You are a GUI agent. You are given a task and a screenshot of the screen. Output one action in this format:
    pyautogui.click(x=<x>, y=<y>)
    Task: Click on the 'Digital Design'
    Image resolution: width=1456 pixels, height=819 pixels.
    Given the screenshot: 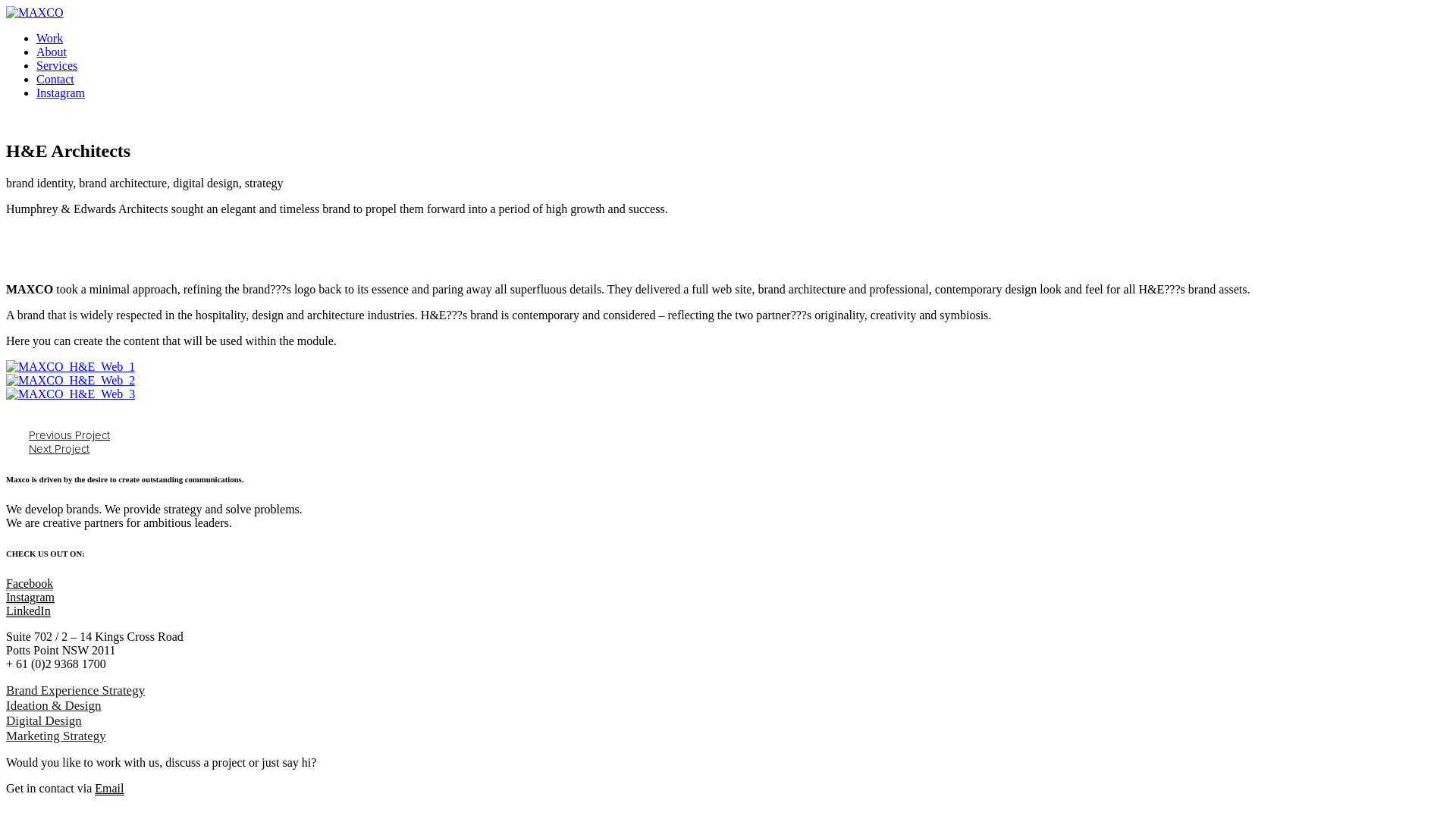 What is the action you would take?
    pyautogui.click(x=43, y=720)
    